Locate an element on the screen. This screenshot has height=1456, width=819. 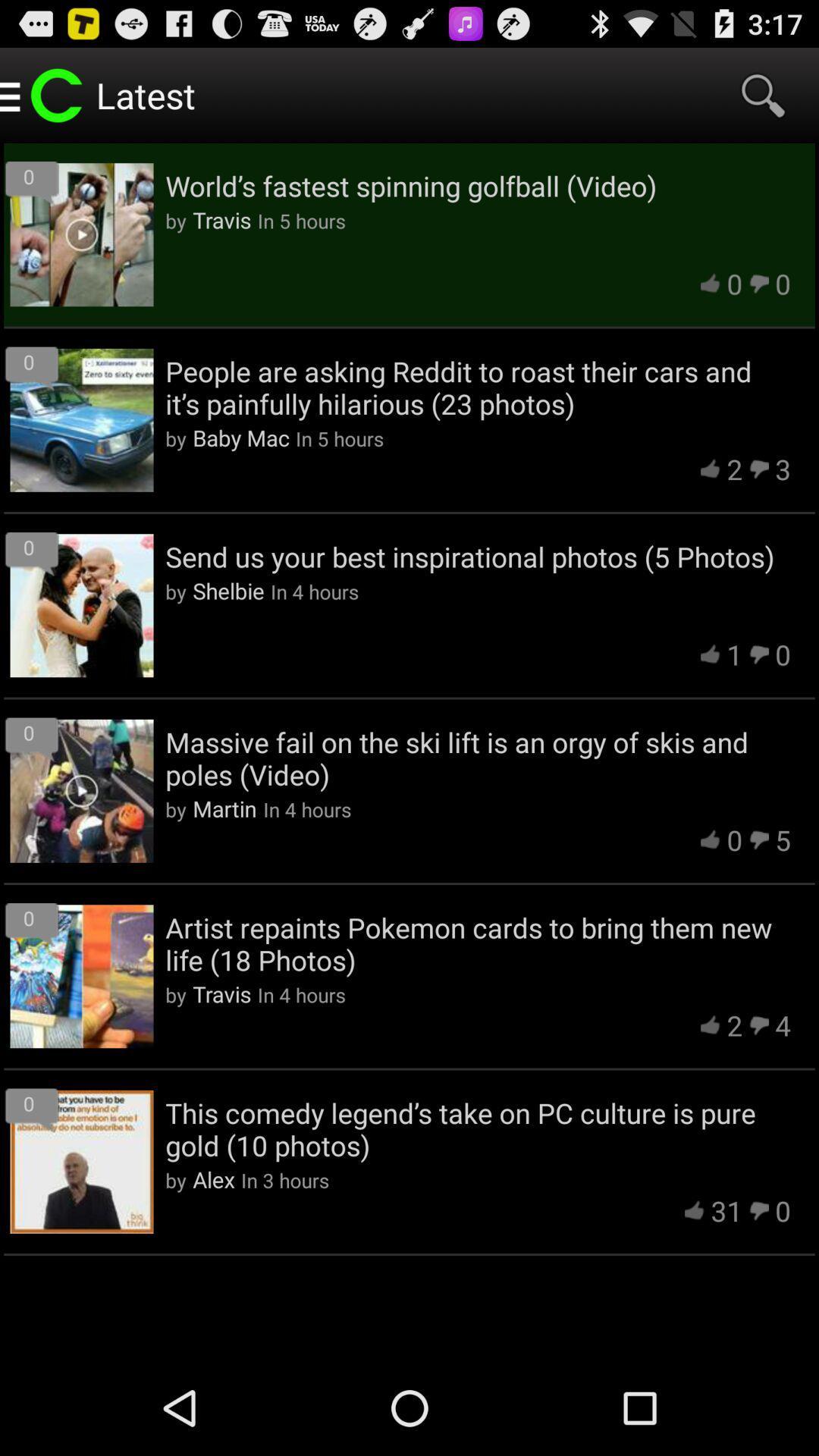
app to the left of in 5 hours app is located at coordinates (240, 437).